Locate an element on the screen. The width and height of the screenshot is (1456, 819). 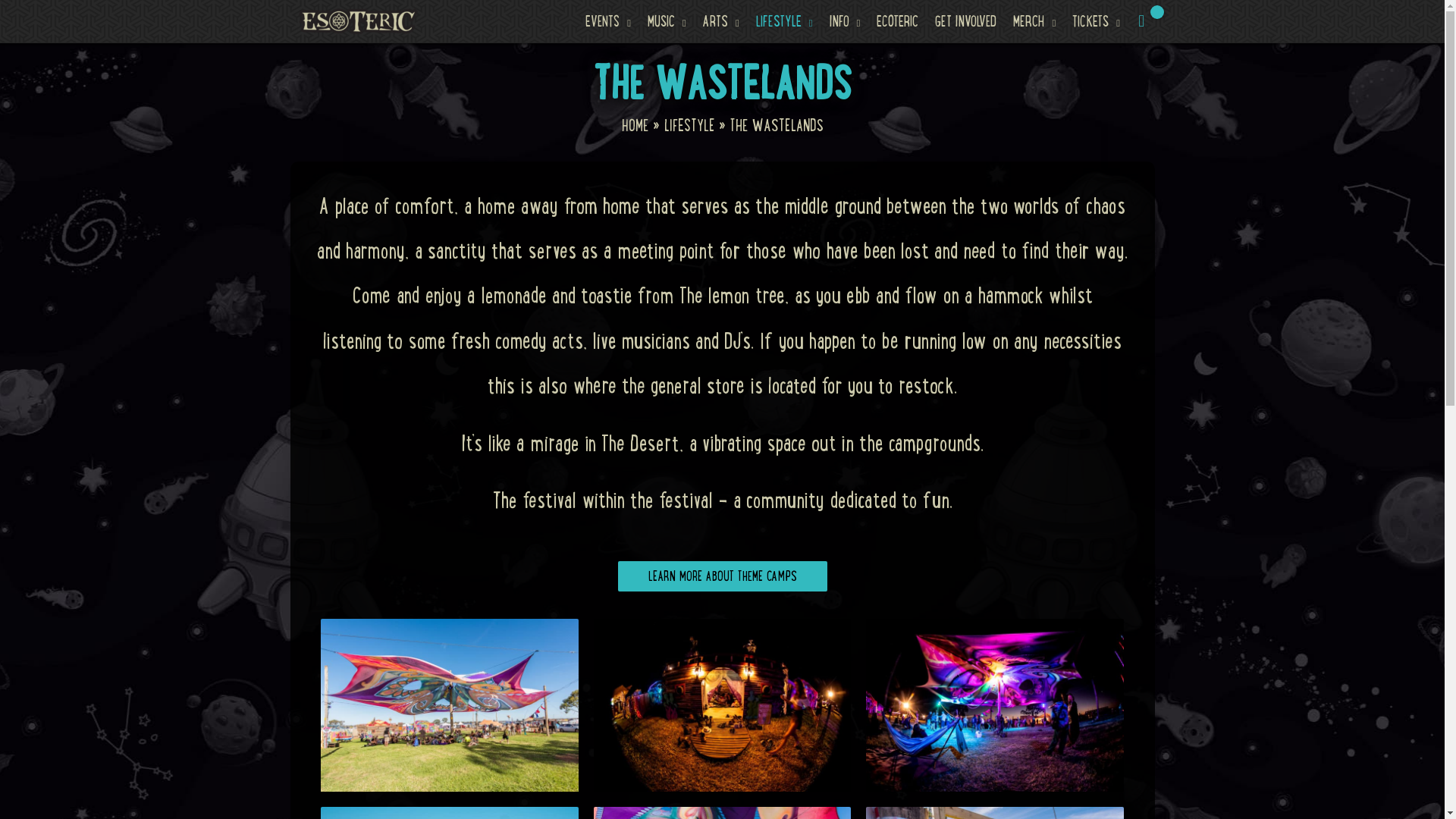
'LIFESTYLE' is located at coordinates (689, 124).